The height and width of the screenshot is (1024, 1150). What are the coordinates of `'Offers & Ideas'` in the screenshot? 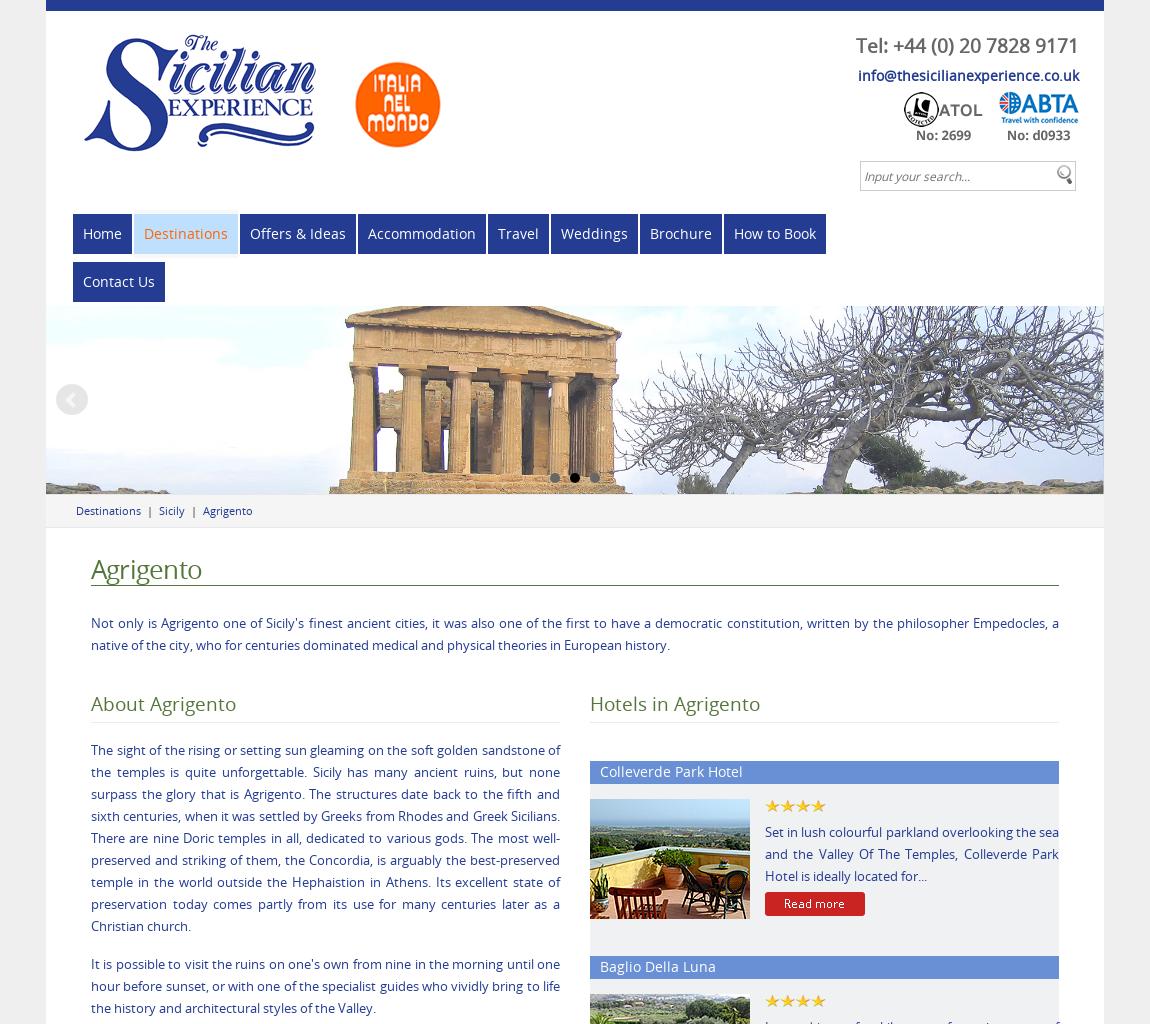 It's located at (297, 232).